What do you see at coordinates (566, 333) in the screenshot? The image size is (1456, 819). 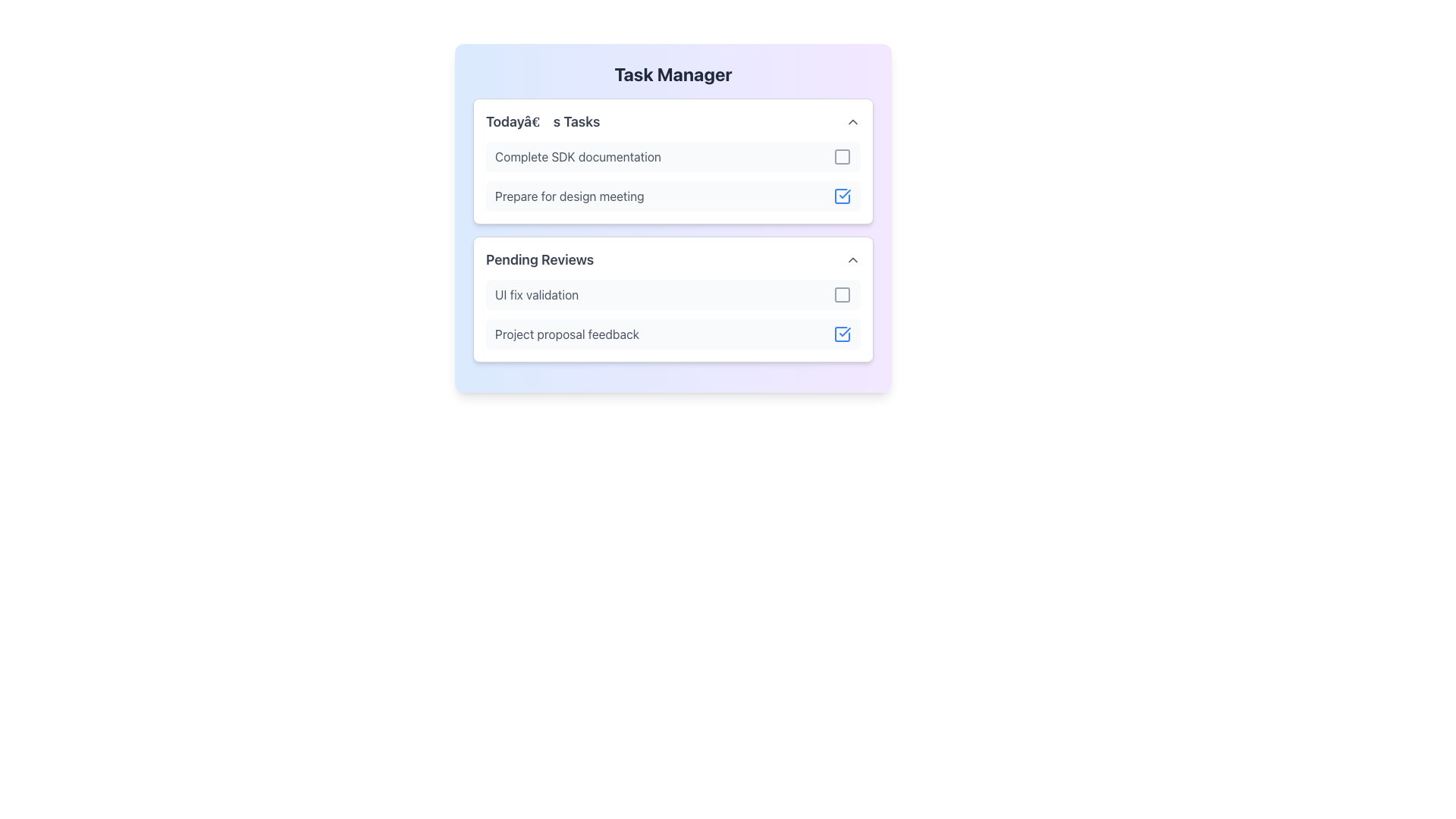 I see `the text label 'Project proposal feedback' located in the 'Pending Reviews' section of the Task Manager interface` at bounding box center [566, 333].